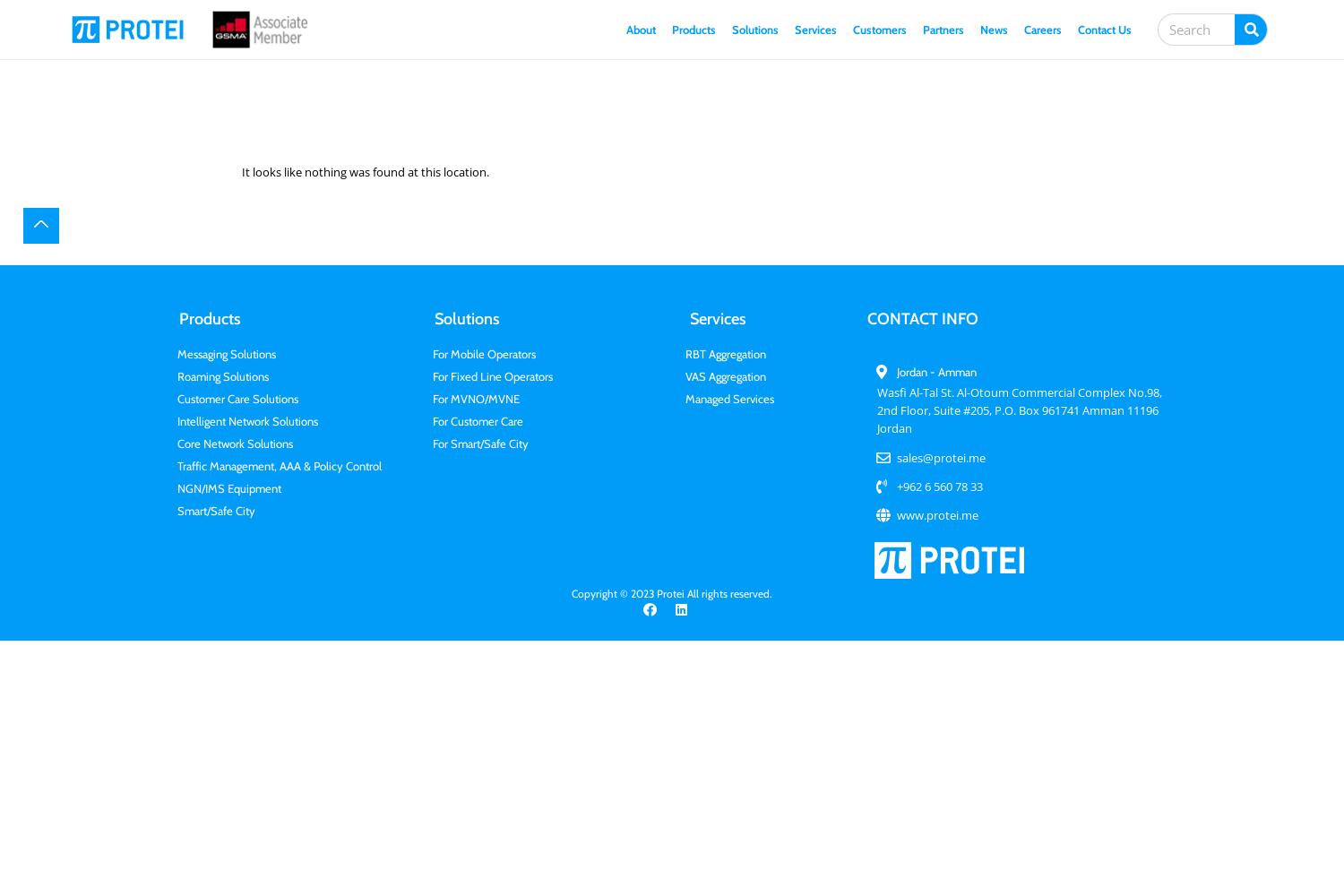 This screenshot has width=1344, height=896. Describe the element at coordinates (936, 513) in the screenshot. I see `'www.protei.me'` at that location.